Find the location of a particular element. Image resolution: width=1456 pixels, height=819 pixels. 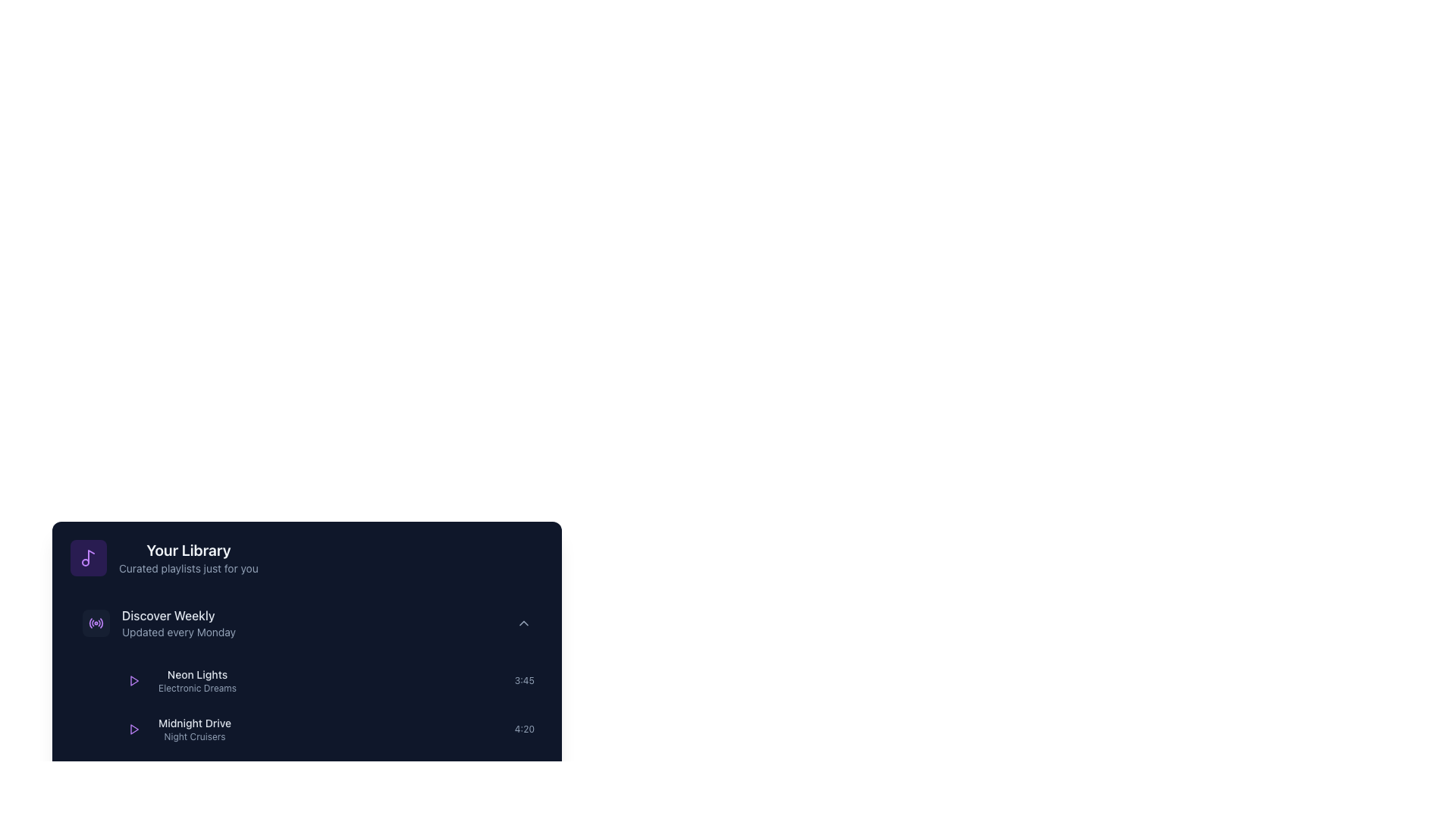

the triangular purple play icon located beneath the 'Neon Lights' music entry to initiate music playback is located at coordinates (134, 680).